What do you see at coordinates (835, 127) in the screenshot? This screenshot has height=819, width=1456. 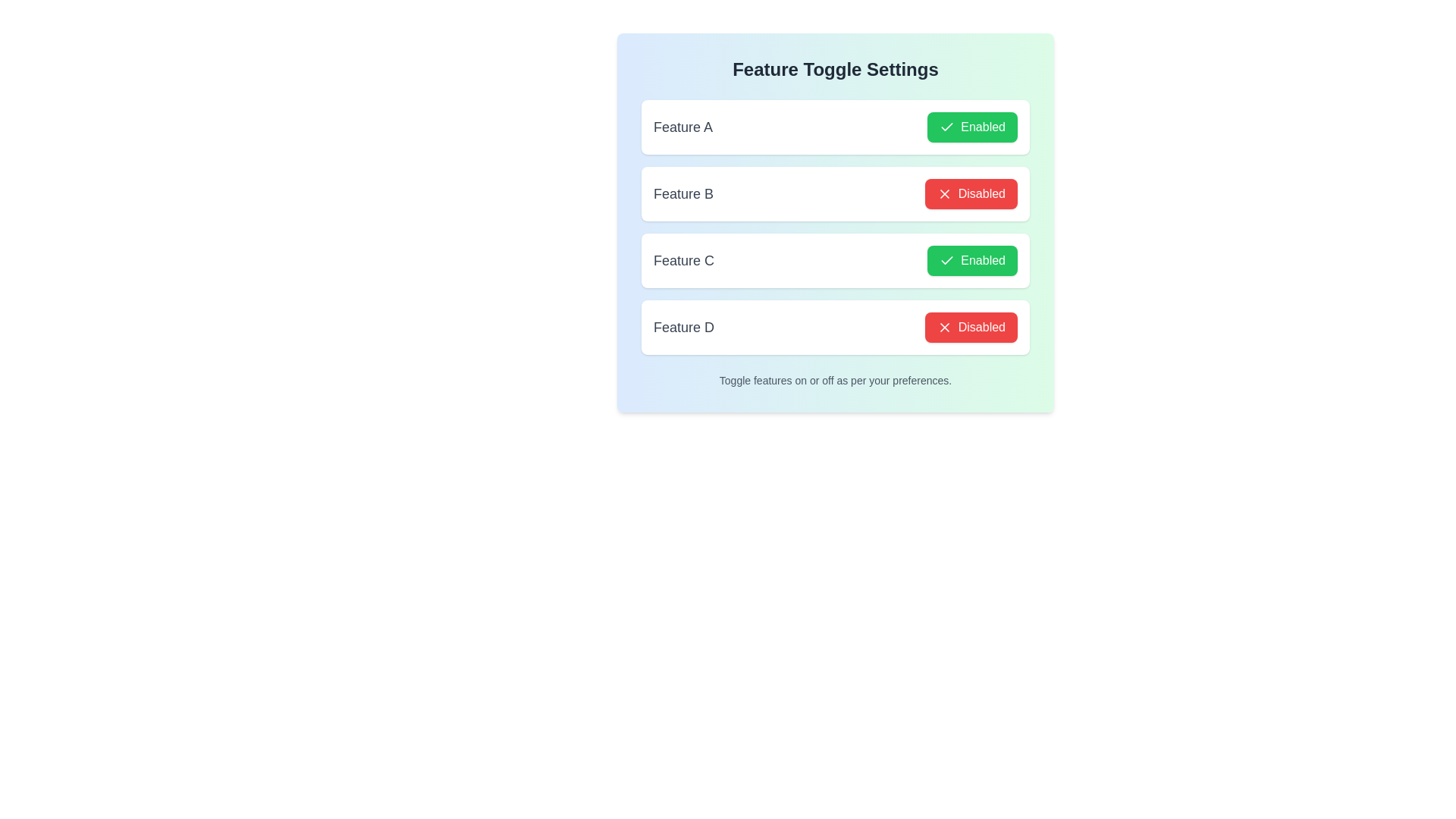 I see `the first List item with toggle control for 'Feature A' in the vertical list of feature toggles under 'Feature Toggle Settings'` at bounding box center [835, 127].